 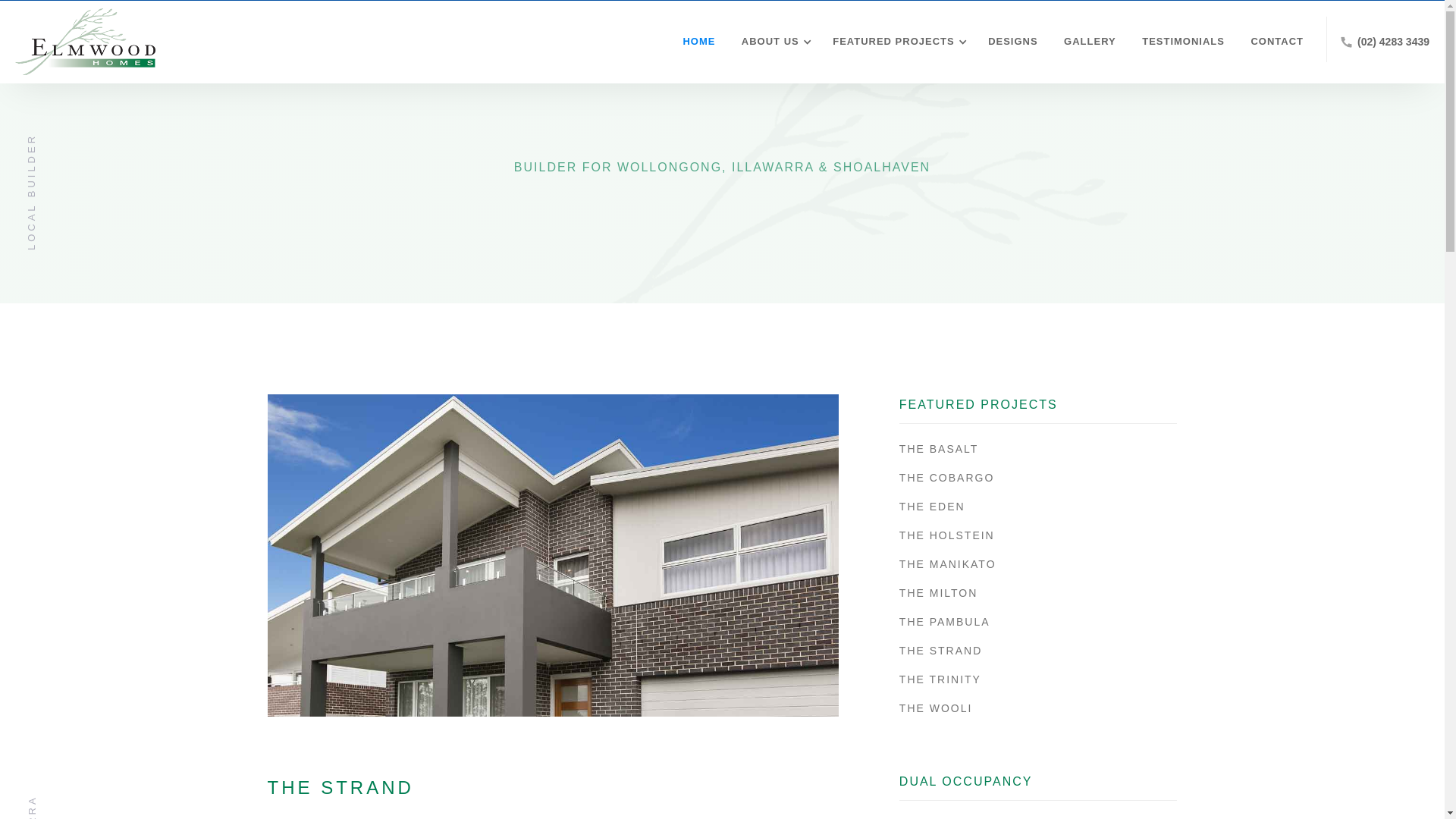 What do you see at coordinates (1037, 678) in the screenshot?
I see `'THE TRINITY'` at bounding box center [1037, 678].